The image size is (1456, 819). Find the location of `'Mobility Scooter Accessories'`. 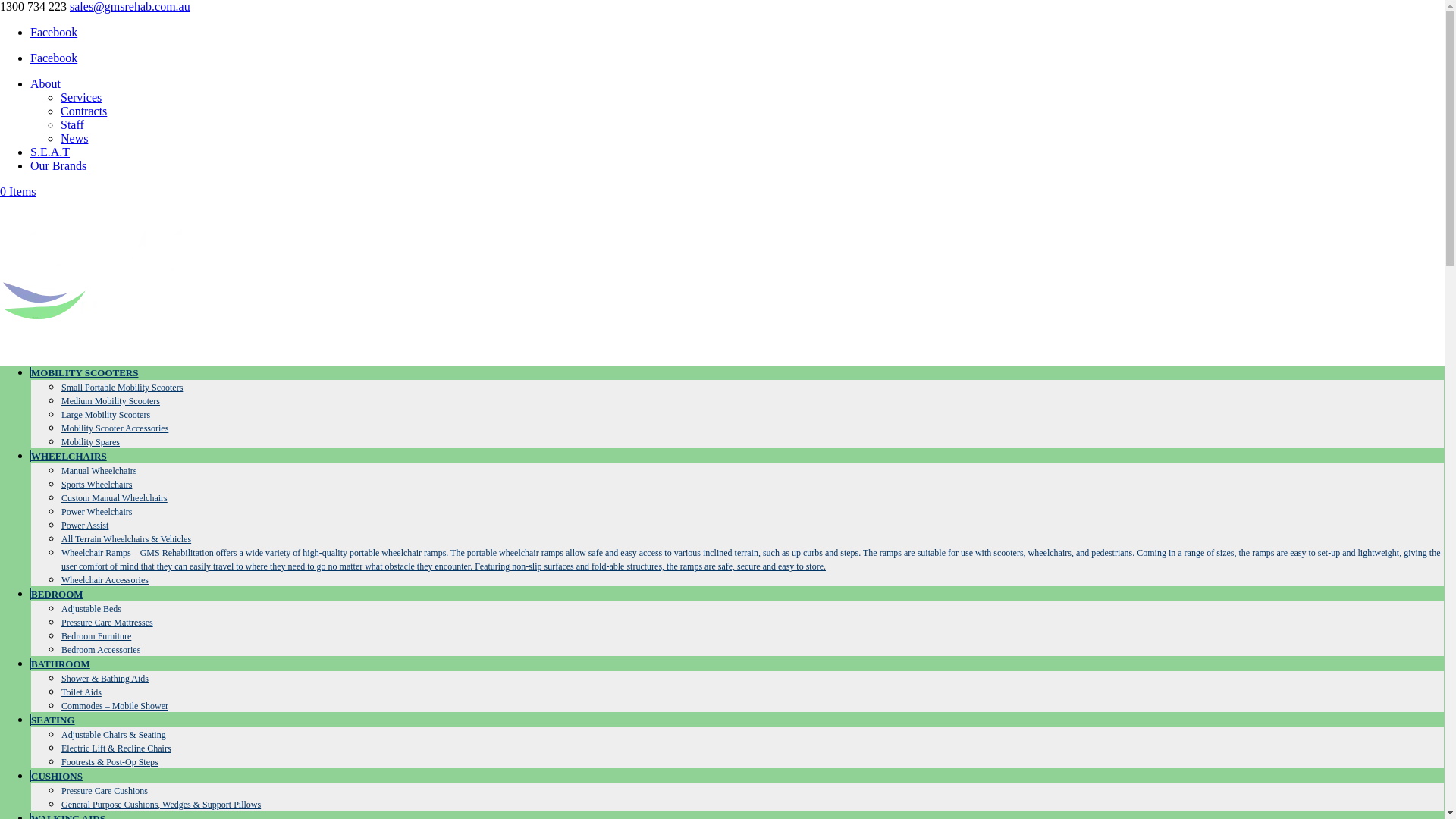

'Mobility Scooter Accessories' is located at coordinates (114, 428).